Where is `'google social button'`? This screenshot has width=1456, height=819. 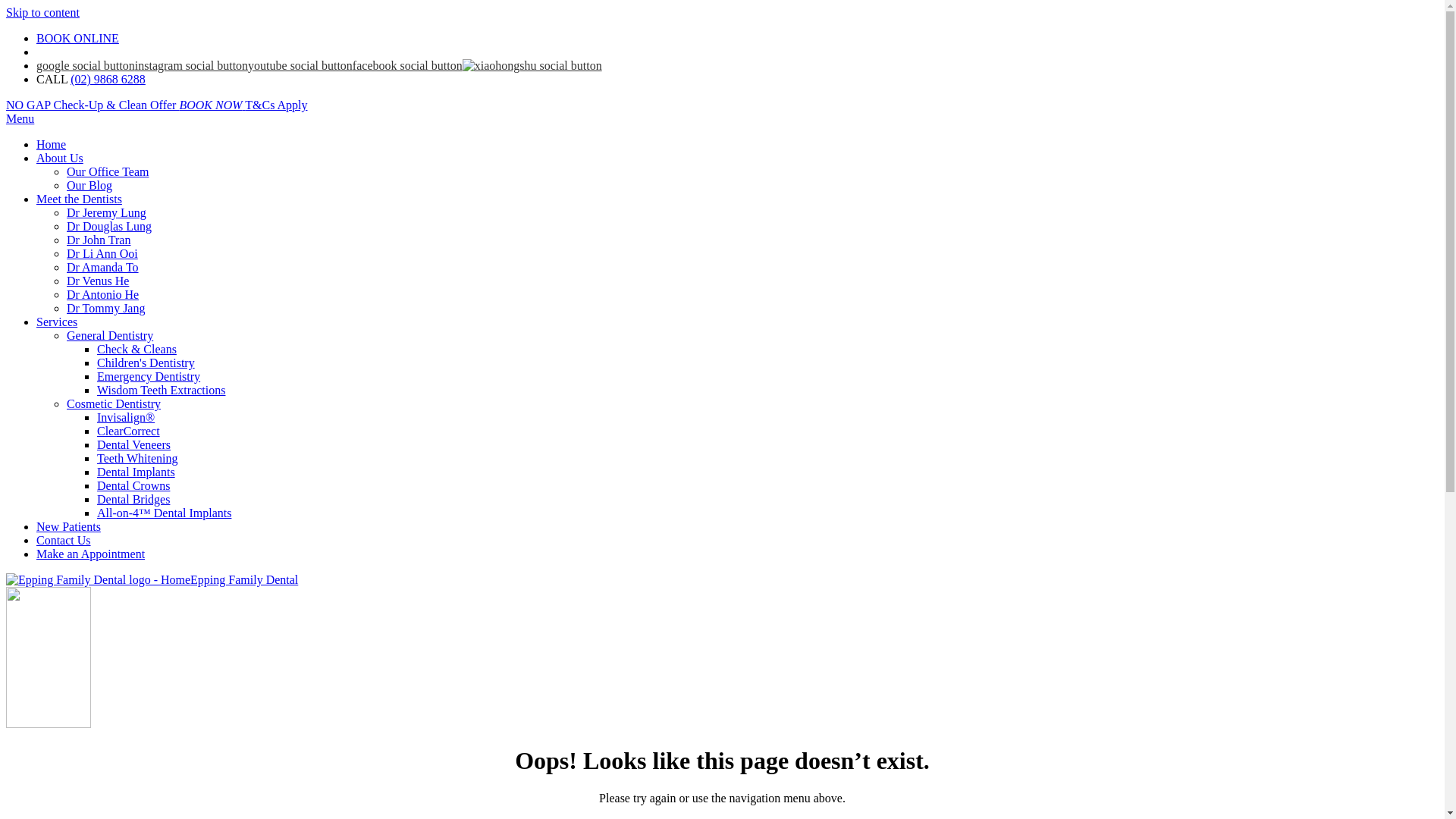
'google social button' is located at coordinates (85, 64).